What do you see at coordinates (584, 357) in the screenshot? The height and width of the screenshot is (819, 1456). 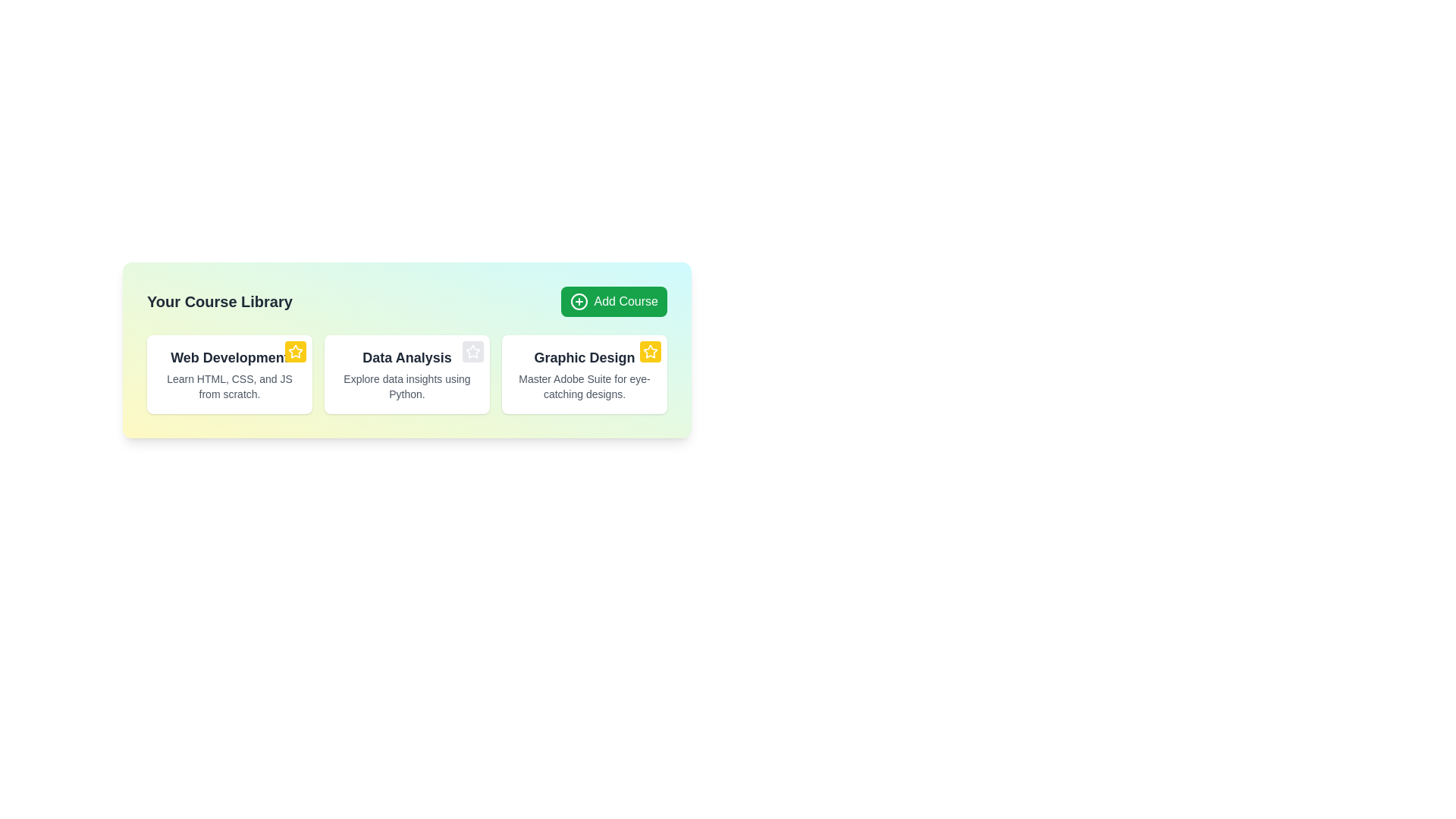 I see `the 'Graphic Design' text label, which is styled in bold font, larger size, and dark gray color, located at the top-left of its card-like structure` at bounding box center [584, 357].